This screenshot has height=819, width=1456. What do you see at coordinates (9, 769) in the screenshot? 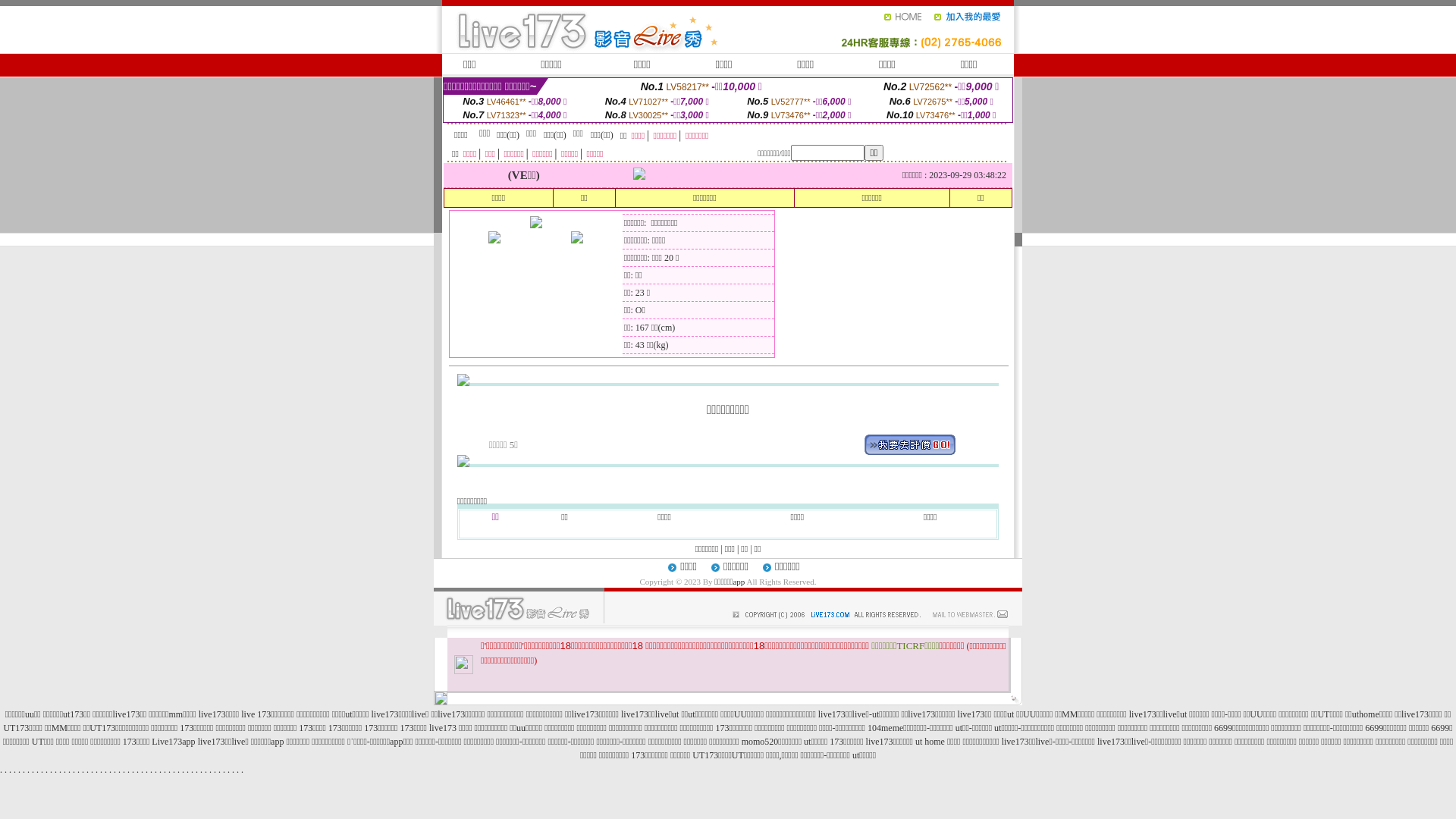
I see `'.'` at bounding box center [9, 769].